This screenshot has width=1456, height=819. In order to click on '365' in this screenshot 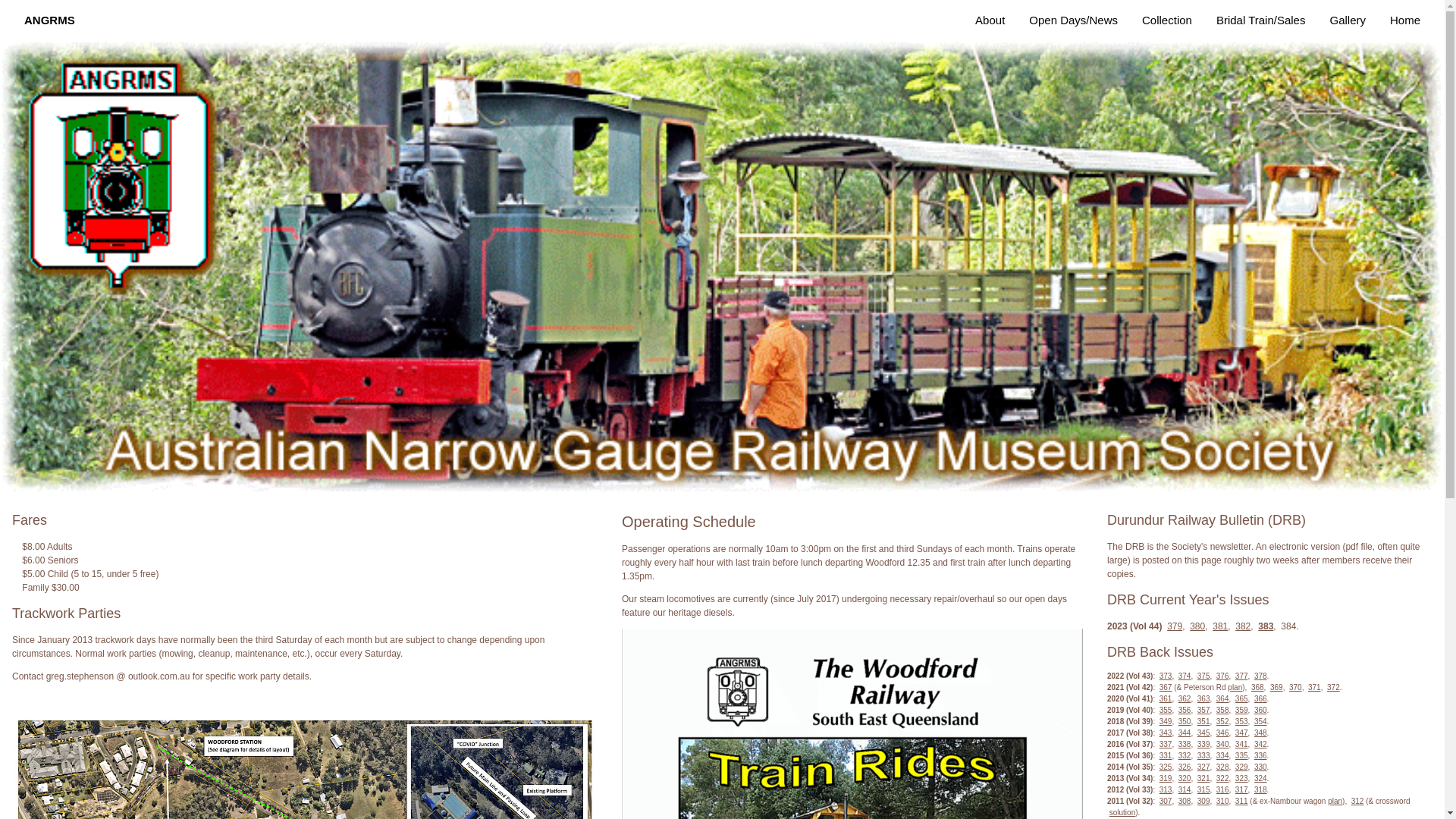, I will do `click(1241, 698)`.